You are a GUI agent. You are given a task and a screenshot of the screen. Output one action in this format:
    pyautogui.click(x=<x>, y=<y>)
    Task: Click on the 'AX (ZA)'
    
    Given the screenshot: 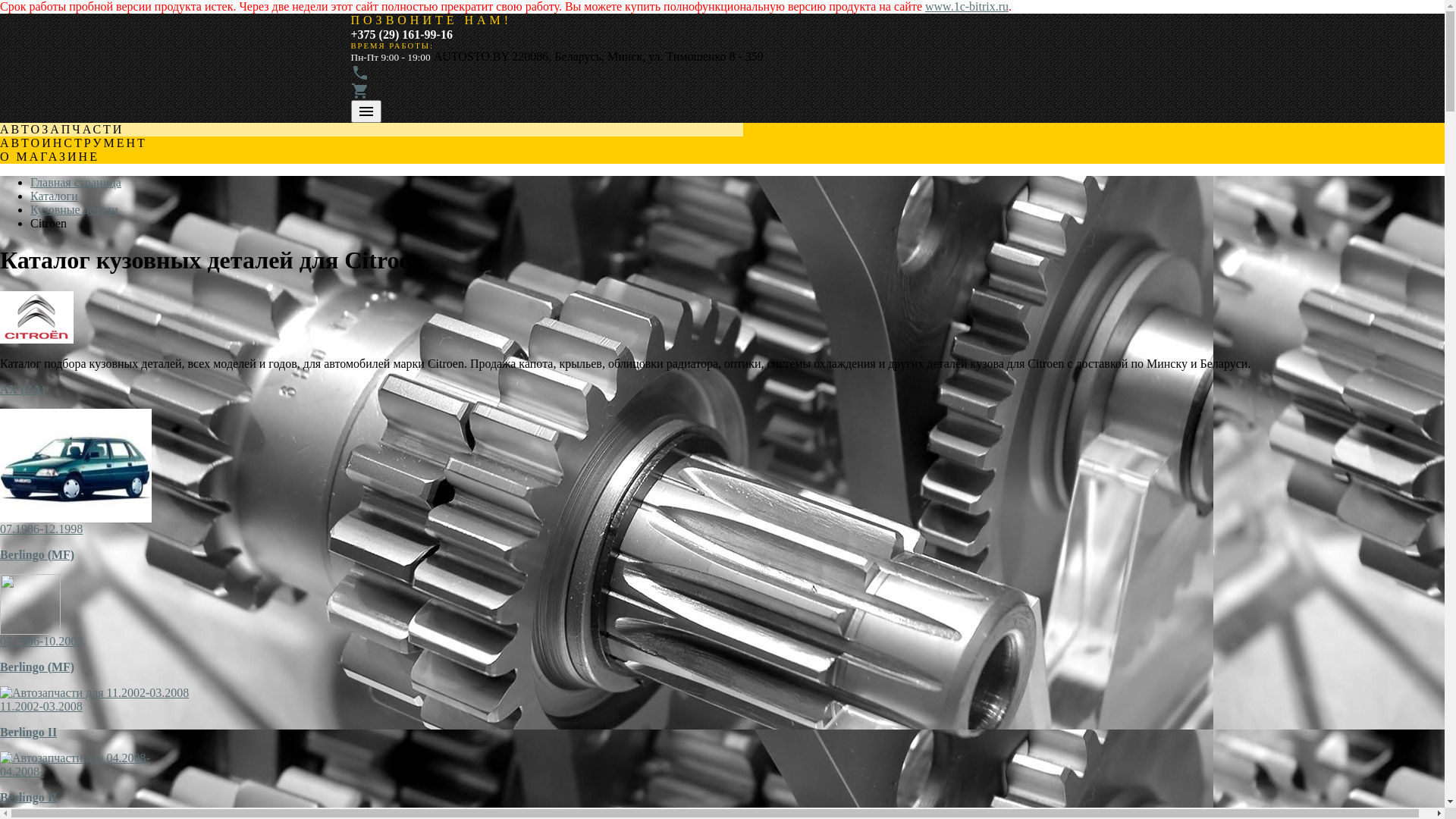 What is the action you would take?
    pyautogui.click(x=22, y=388)
    